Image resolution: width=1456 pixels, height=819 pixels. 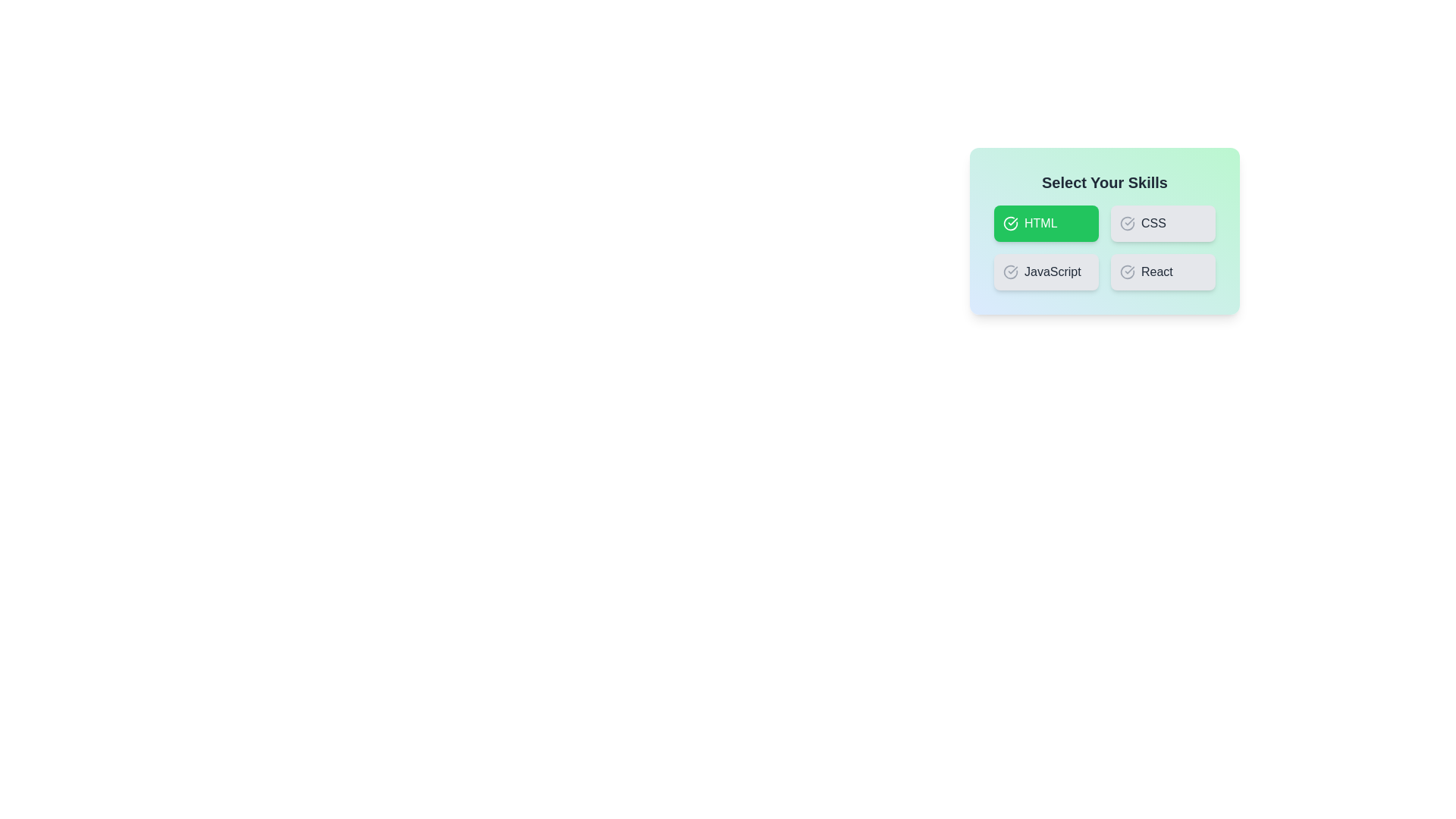 What do you see at coordinates (1046, 223) in the screenshot?
I see `the skill button corresponding to HTML to toggle its selection state` at bounding box center [1046, 223].